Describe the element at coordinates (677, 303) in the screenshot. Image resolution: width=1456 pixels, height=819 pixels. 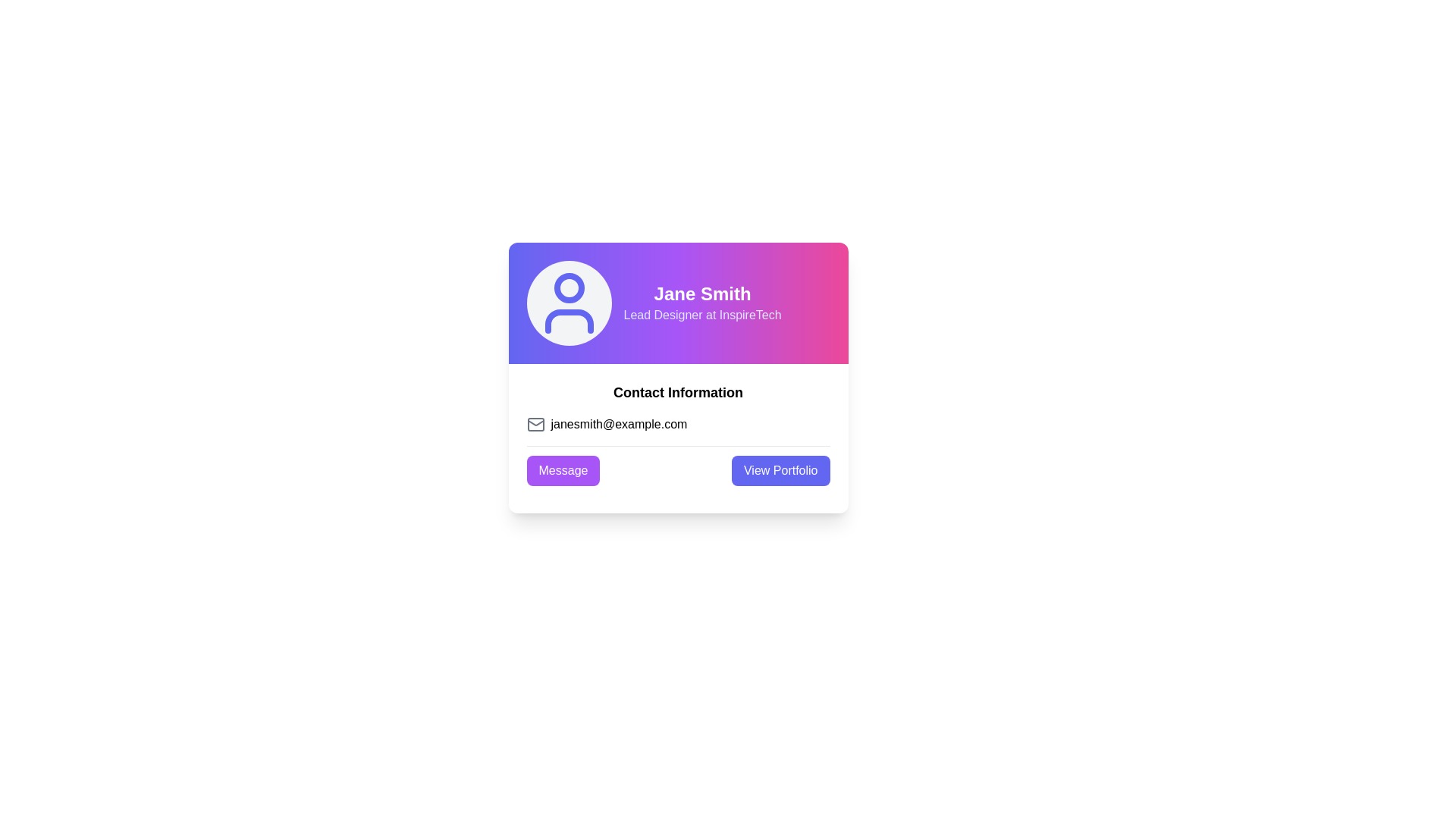
I see `the text block displaying 'Jane Smith' and 'Lead Designer at InspireTech' to potentially display additional details` at that location.